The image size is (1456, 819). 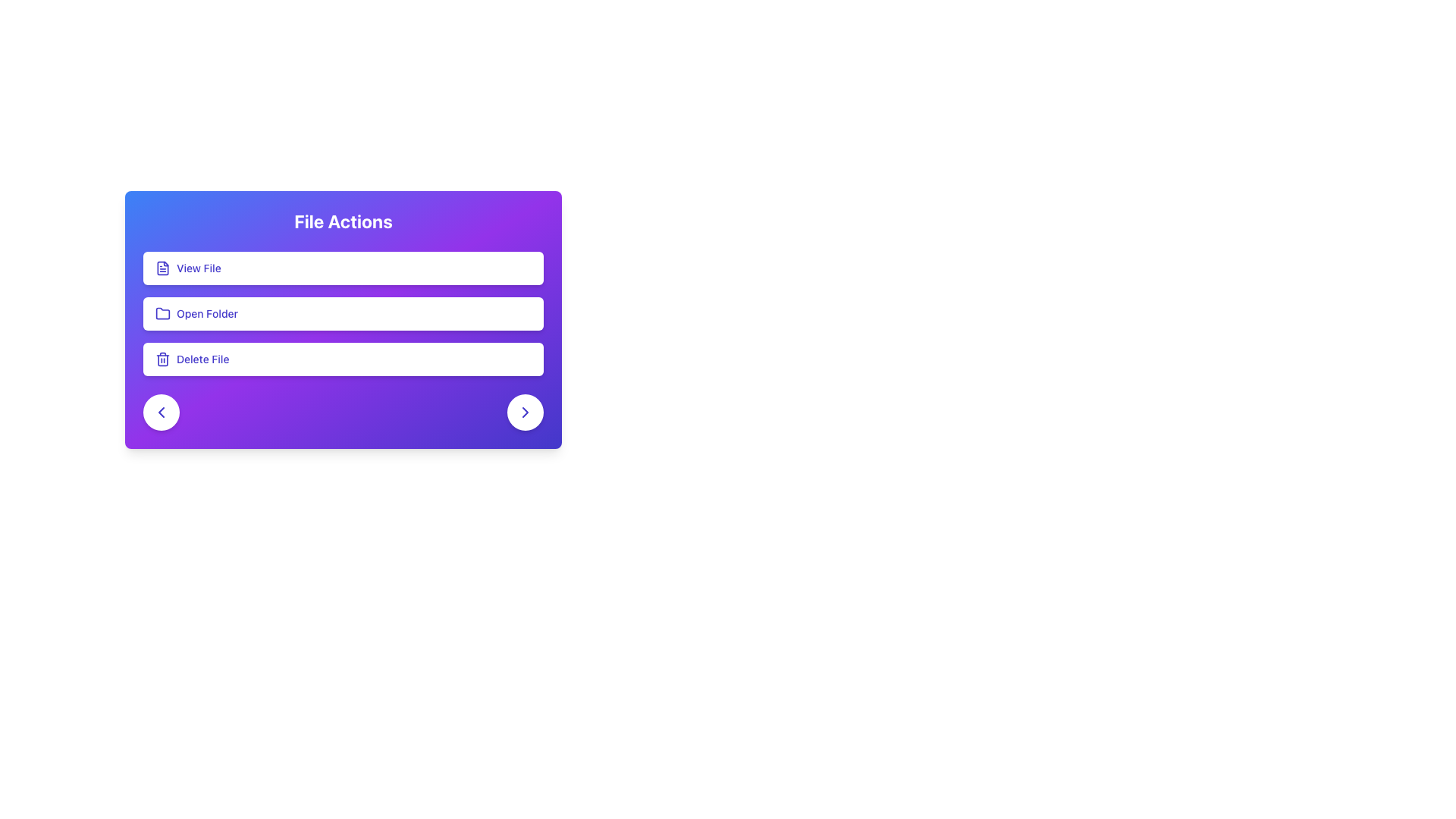 What do you see at coordinates (161, 412) in the screenshot?
I see `the left-facing chevron icon, which is centered within a circular button with a white background and purple border, located in the bottom-left corner of the card titled 'File Actions'` at bounding box center [161, 412].